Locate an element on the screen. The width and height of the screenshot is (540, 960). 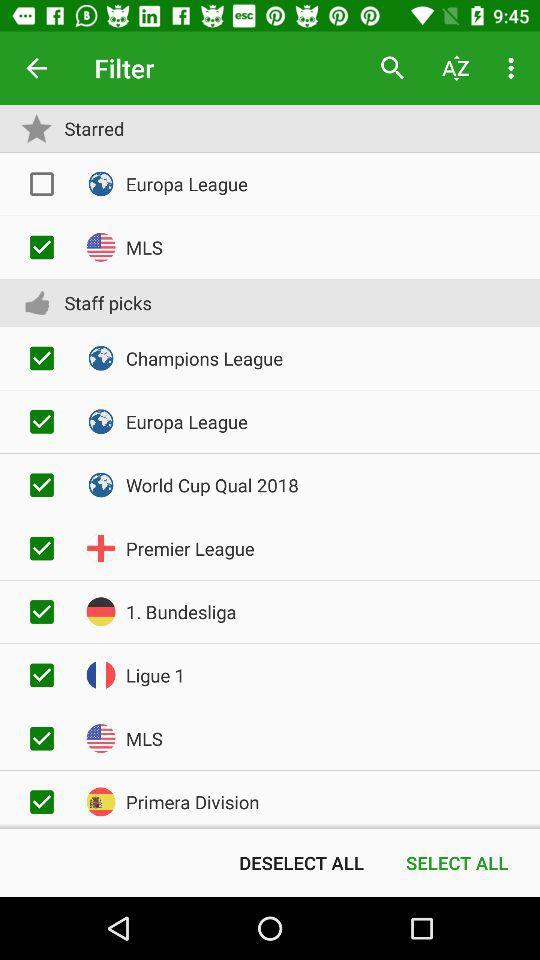
item next to filter icon is located at coordinates (393, 68).